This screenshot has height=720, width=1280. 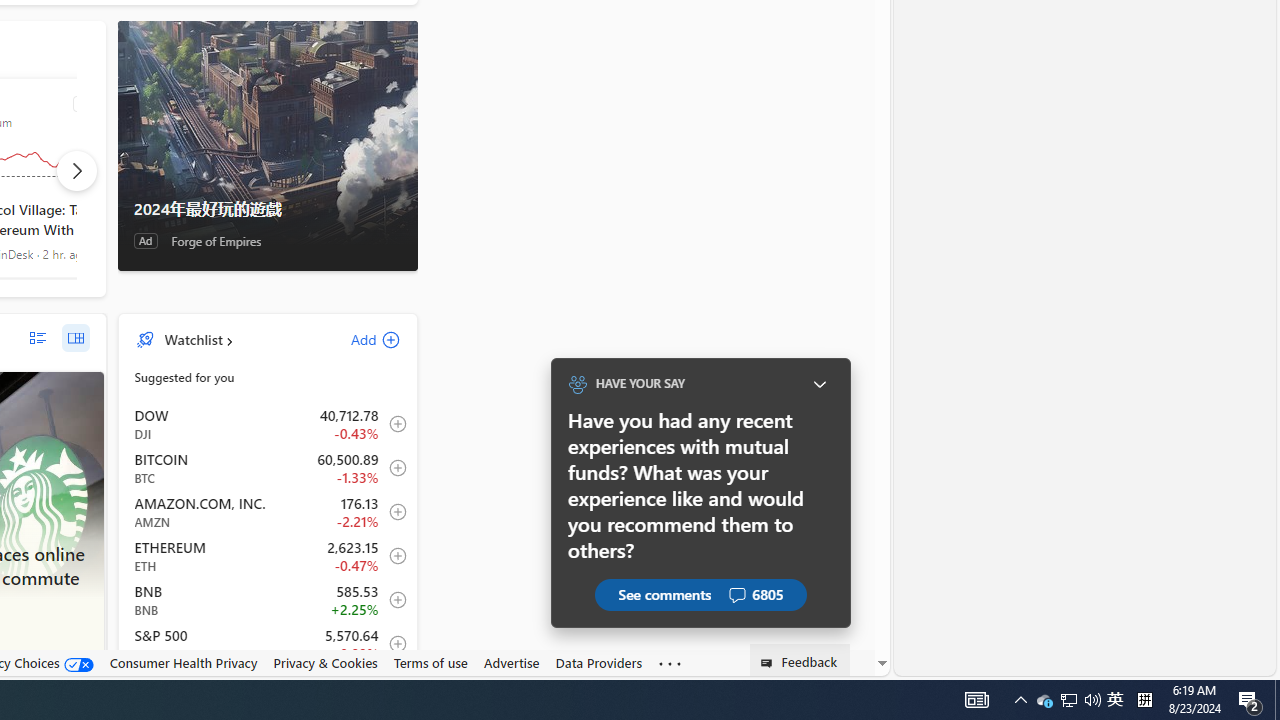 What do you see at coordinates (670, 663) in the screenshot?
I see `'Class: oneFooter_seeMore-DS-EntryPoint1-1'` at bounding box center [670, 663].